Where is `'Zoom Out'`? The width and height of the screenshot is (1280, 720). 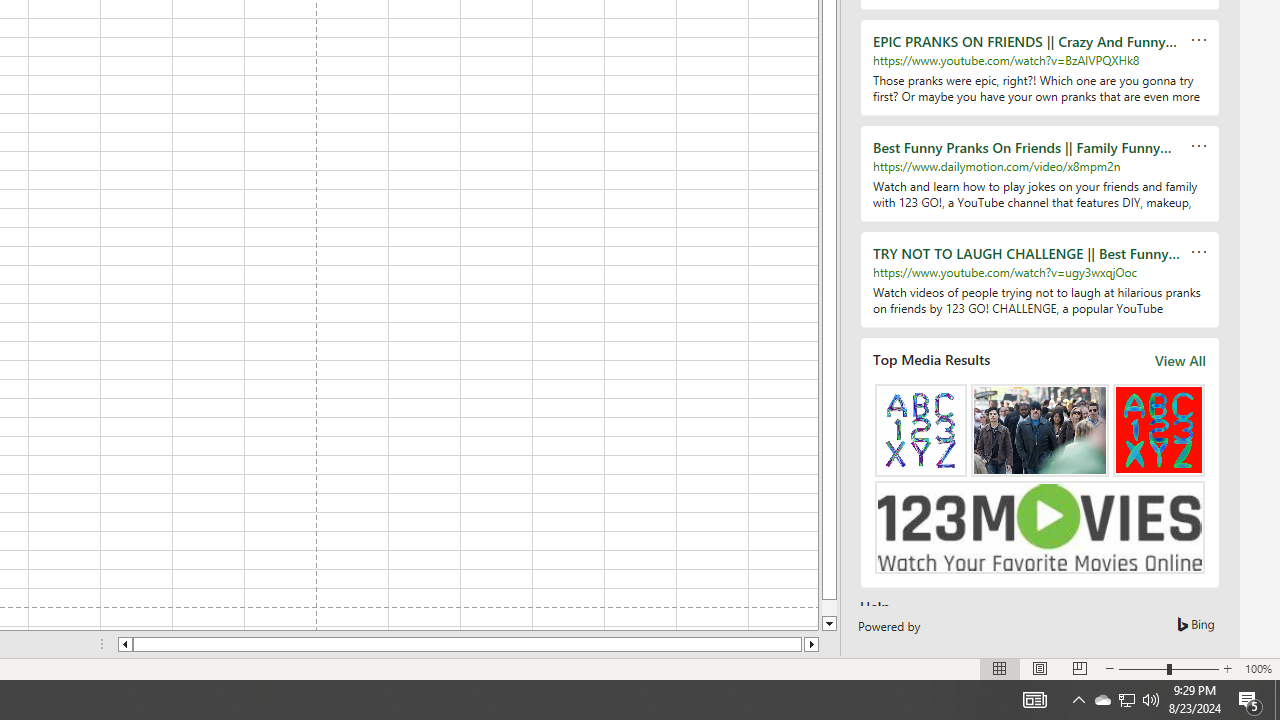
'Zoom Out' is located at coordinates (1143, 669).